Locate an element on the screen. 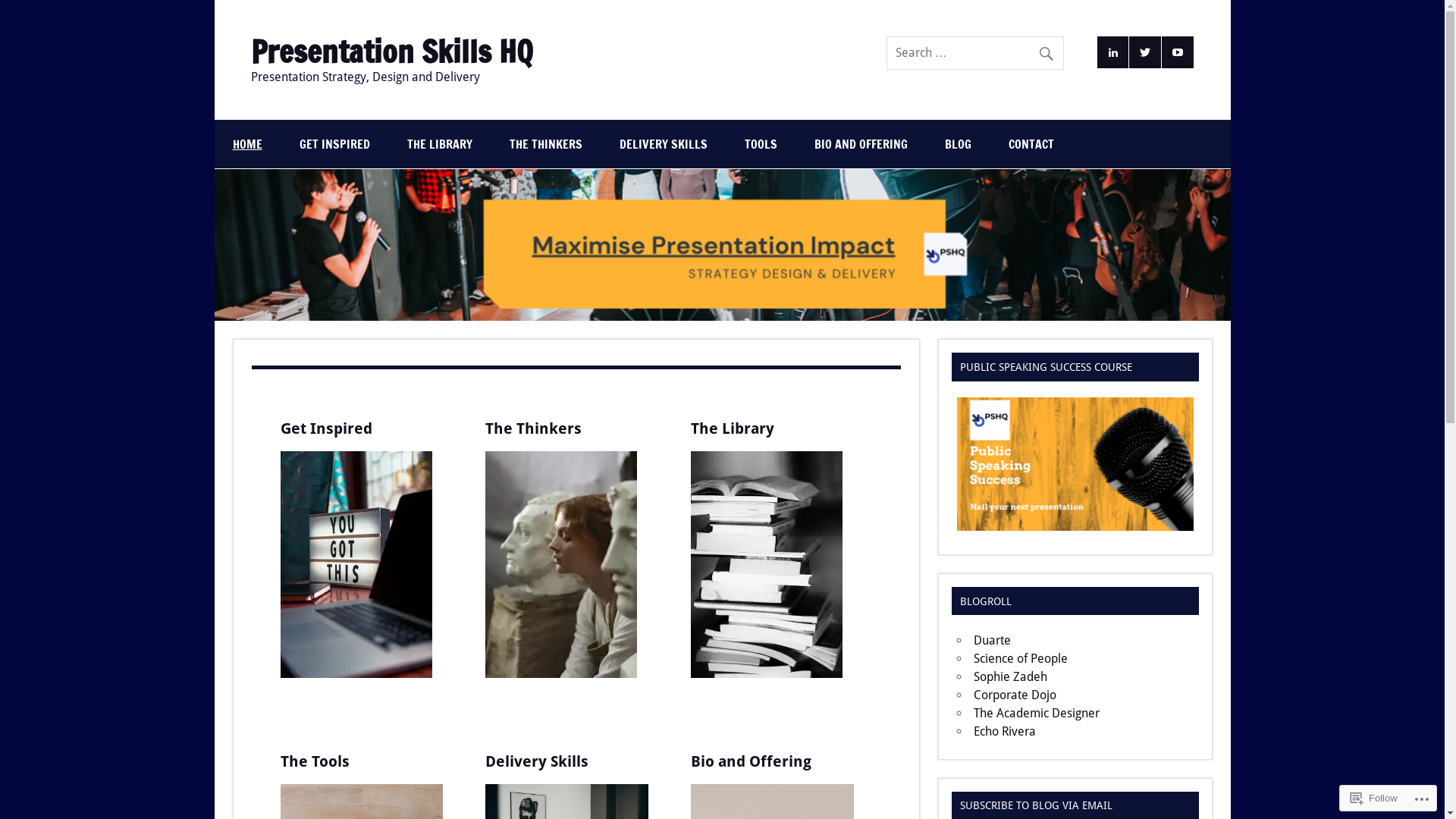 The height and width of the screenshot is (819, 1456). 'THE LIBRARY' is located at coordinates (388, 143).